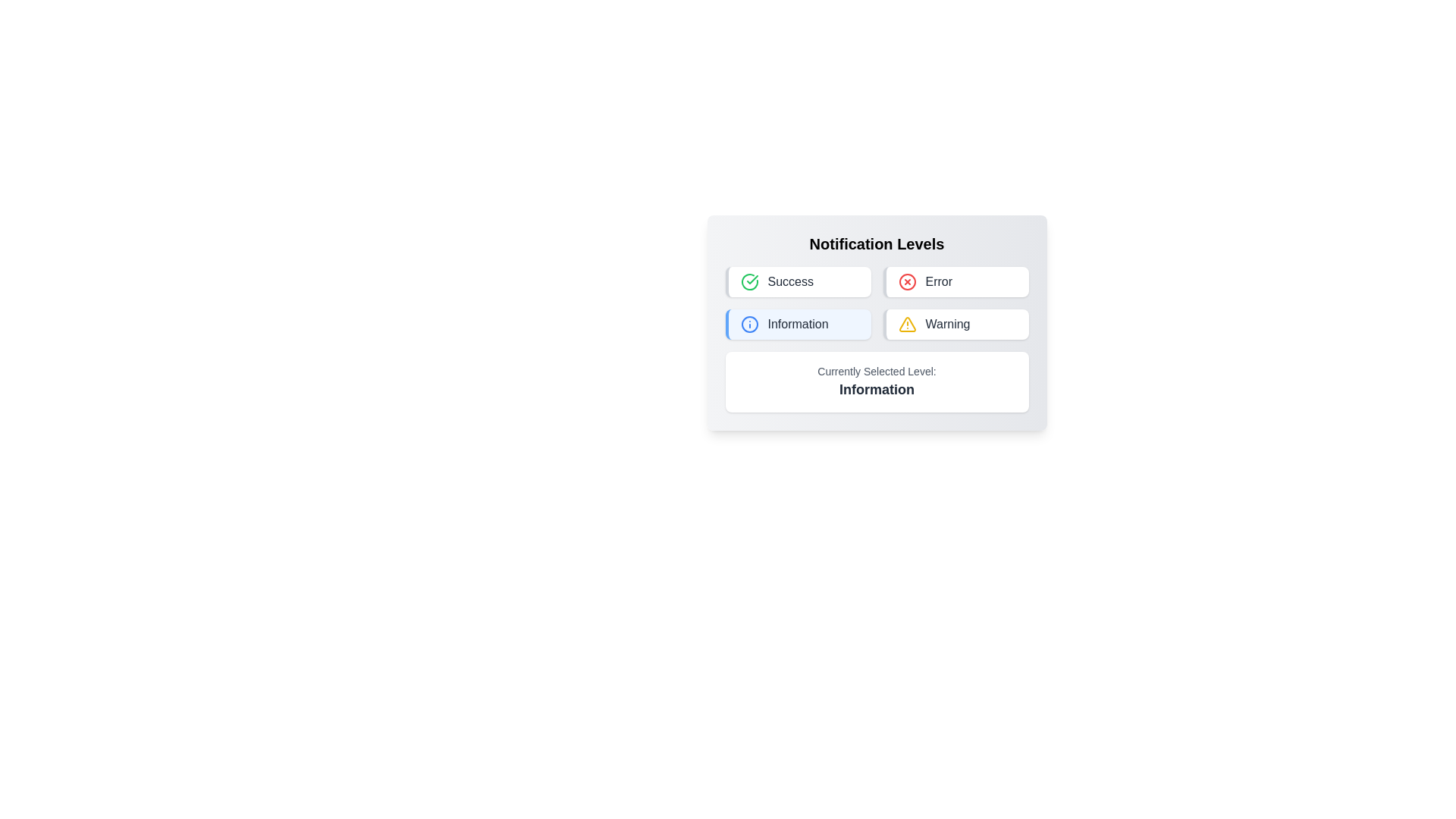 Image resolution: width=1456 pixels, height=819 pixels. I want to click on the button corresponding to the notification level Success, so click(797, 281).